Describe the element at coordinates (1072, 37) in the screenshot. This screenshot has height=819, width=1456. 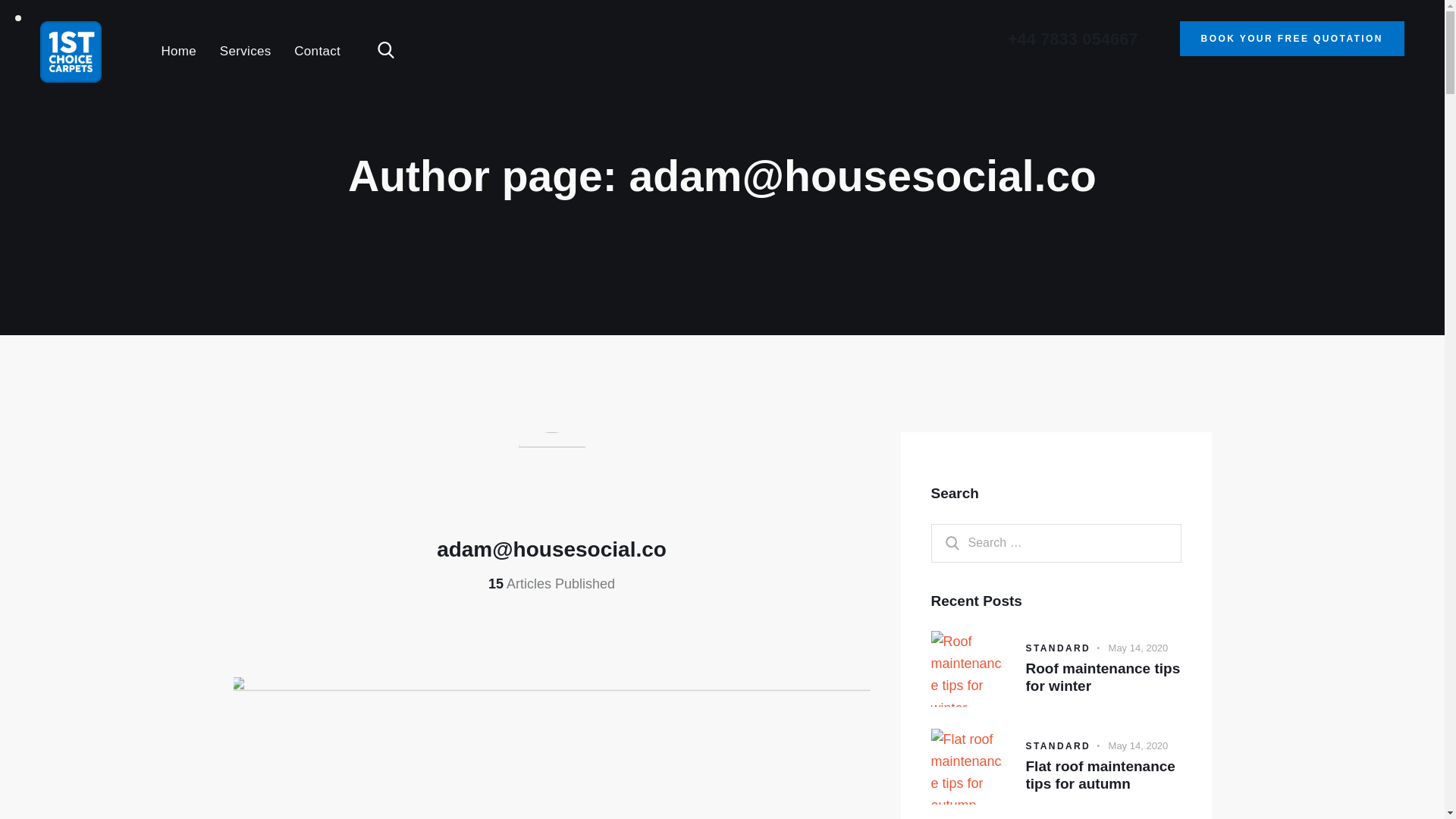
I see `'+44 7833 054667'` at that location.